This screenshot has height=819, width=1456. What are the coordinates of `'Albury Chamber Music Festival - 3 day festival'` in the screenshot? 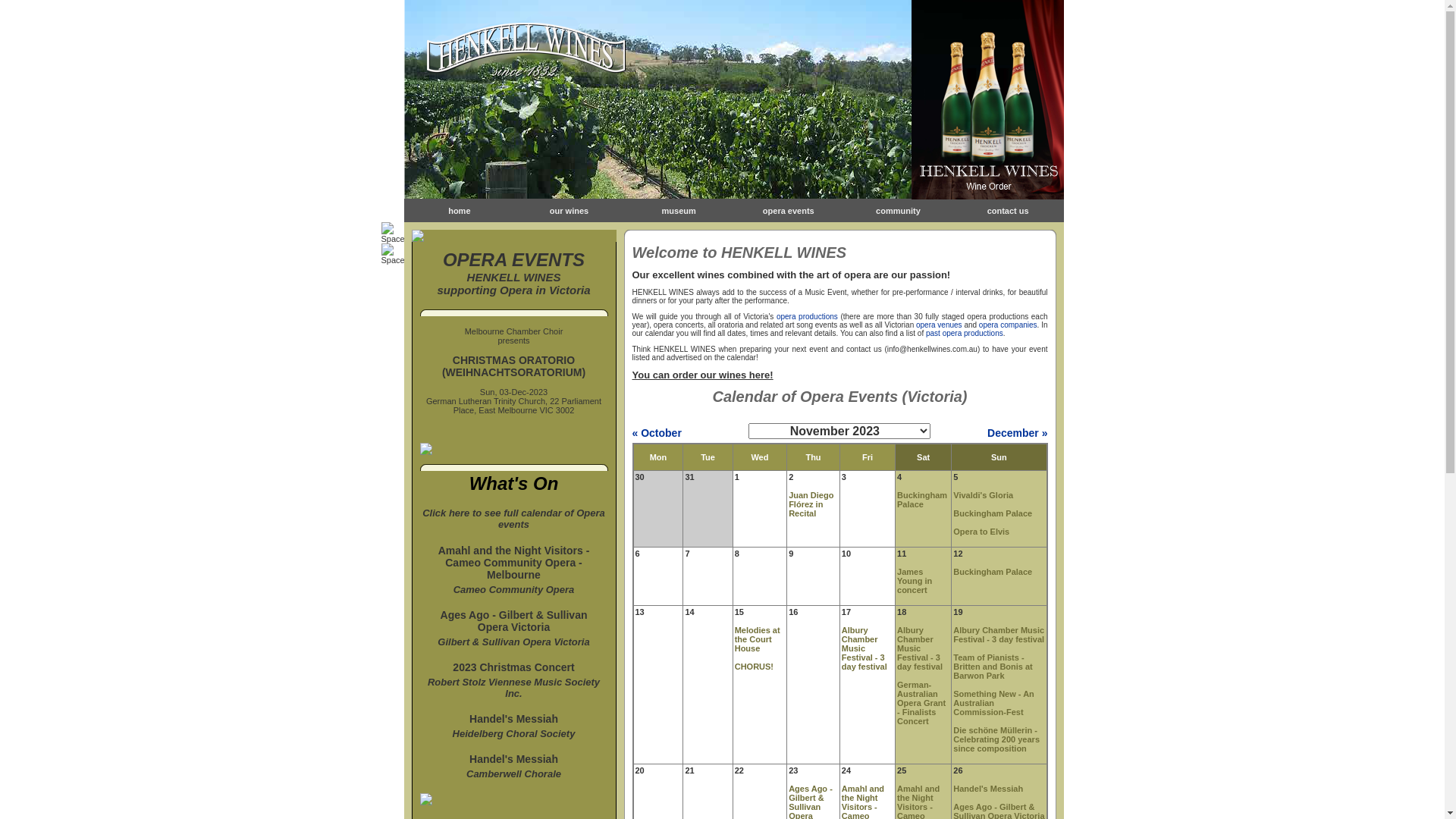 It's located at (919, 648).